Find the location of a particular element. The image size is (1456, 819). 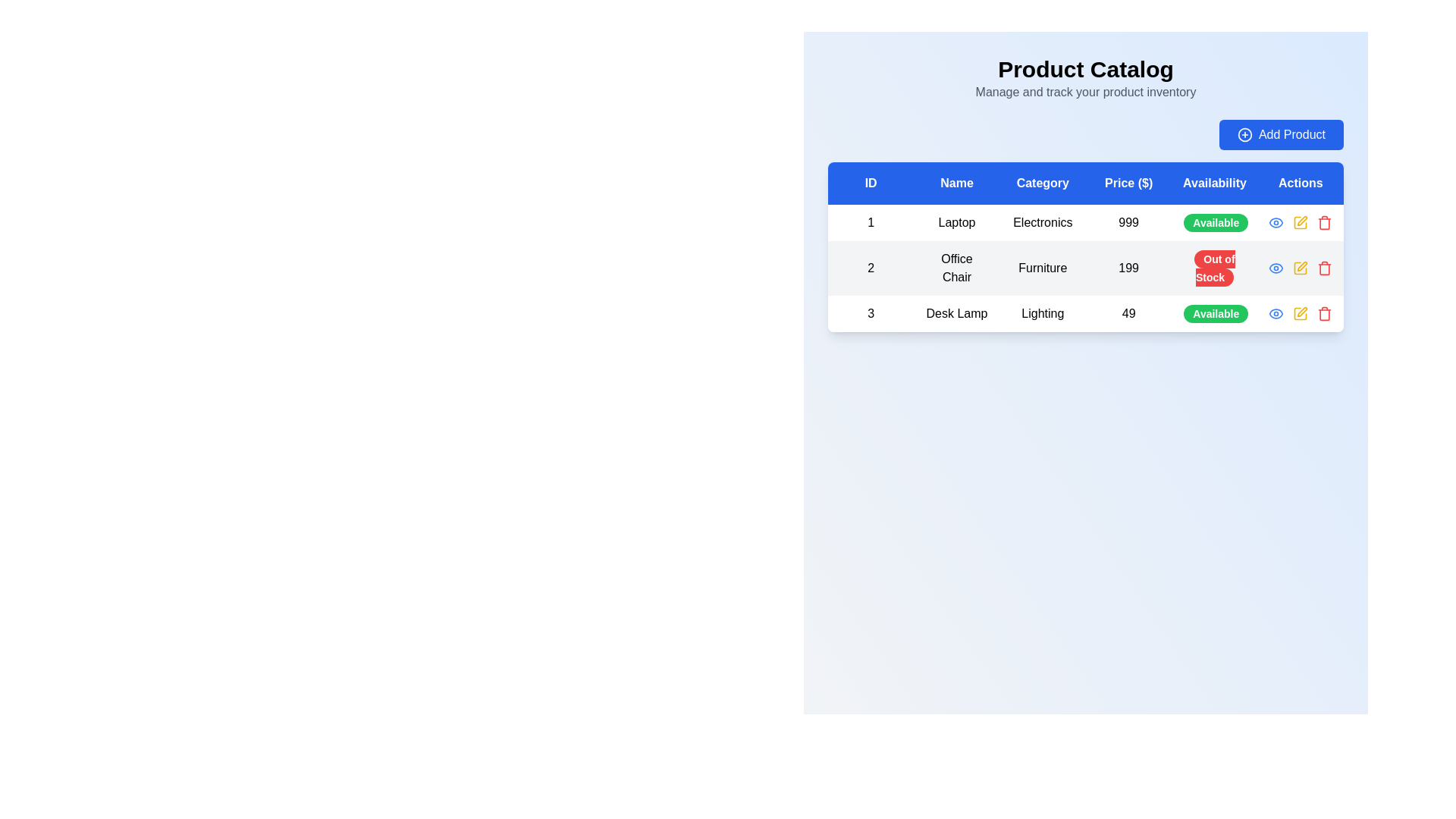

the header label for product names, which is the second entry in the table's header row, located between the 'ID' and 'Category' labels is located at coordinates (956, 183).